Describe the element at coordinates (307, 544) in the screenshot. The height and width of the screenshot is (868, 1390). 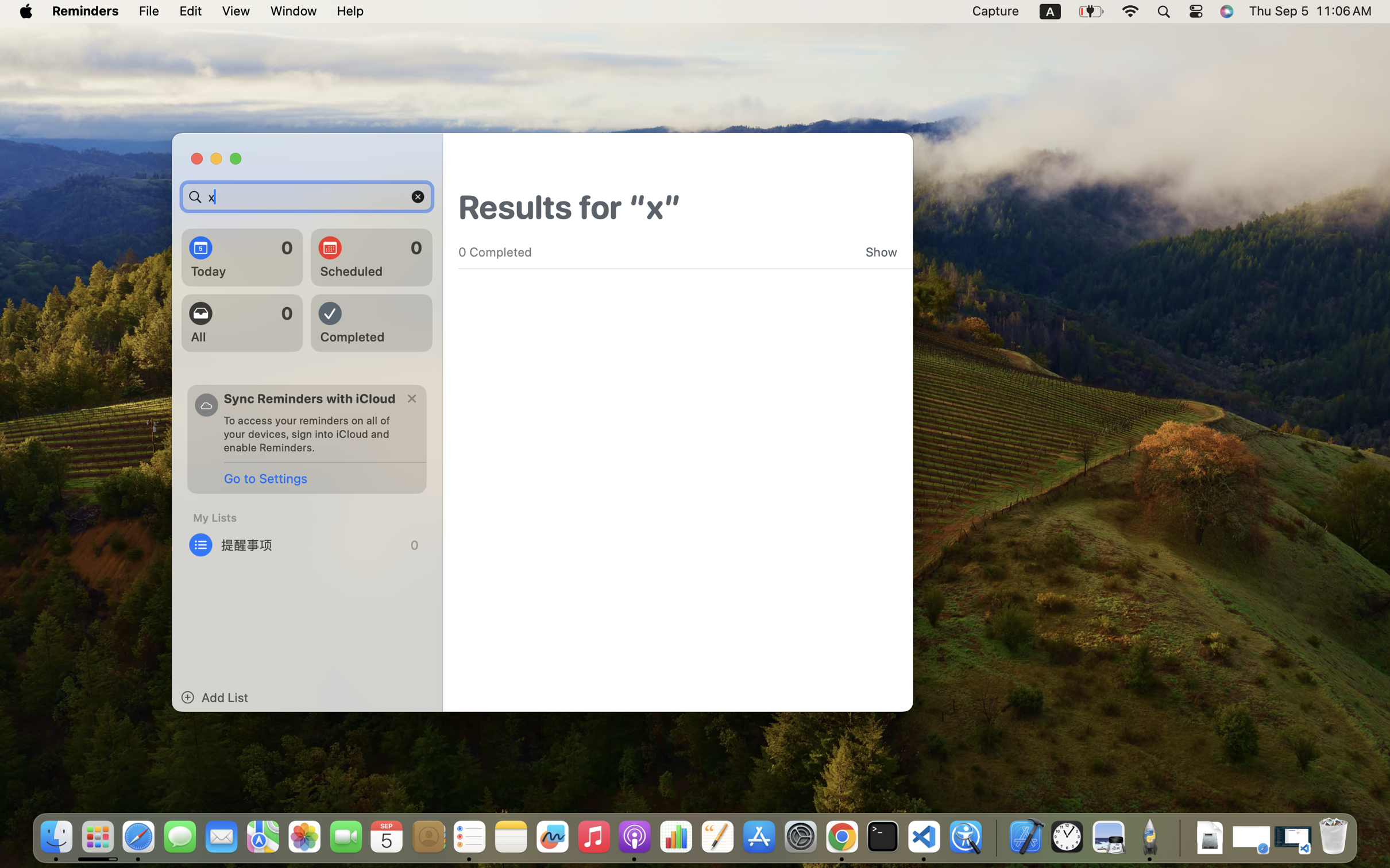
I see `'提醒事项'` at that location.